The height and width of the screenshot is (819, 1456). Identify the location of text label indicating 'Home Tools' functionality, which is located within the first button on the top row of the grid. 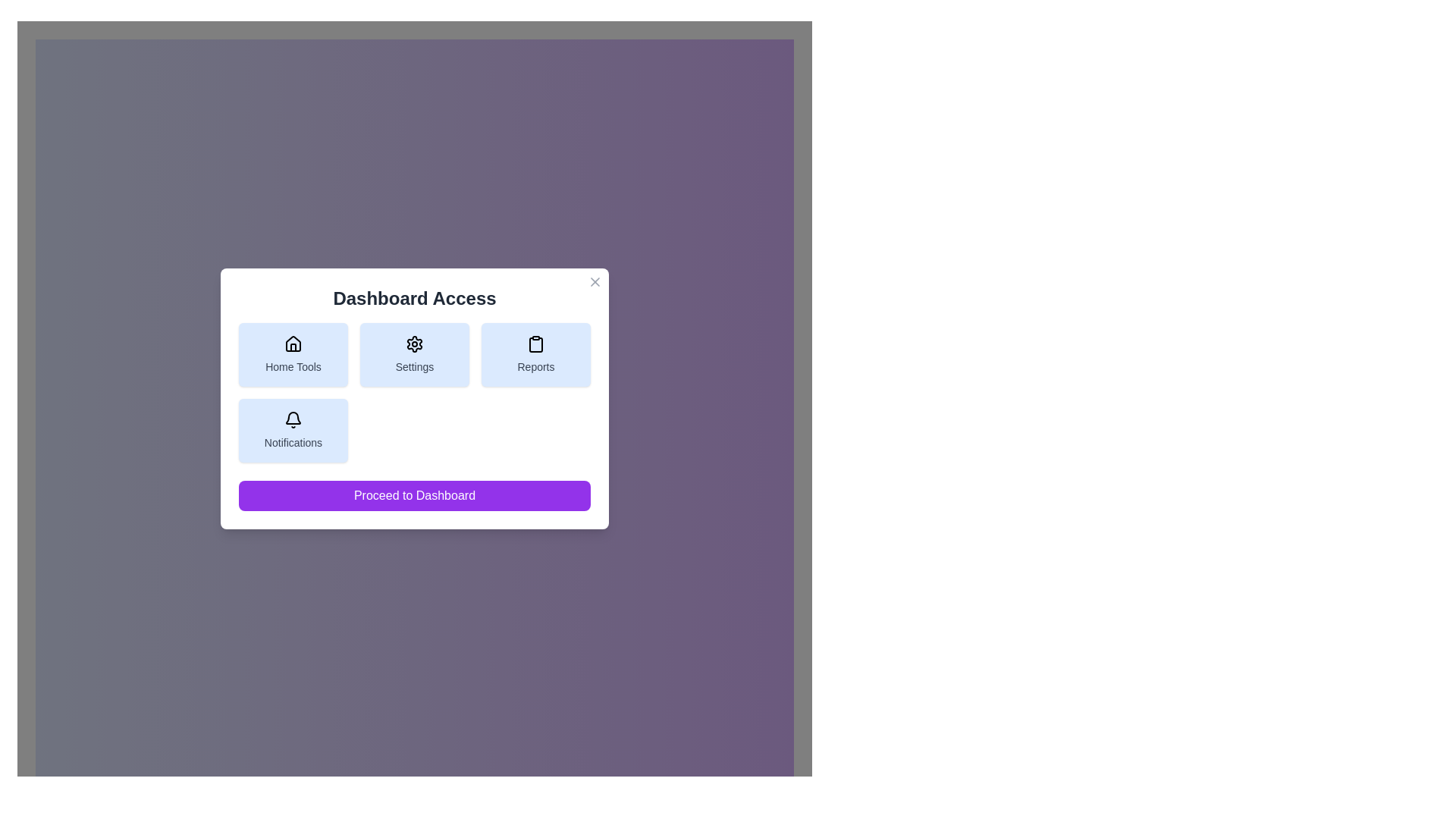
(293, 366).